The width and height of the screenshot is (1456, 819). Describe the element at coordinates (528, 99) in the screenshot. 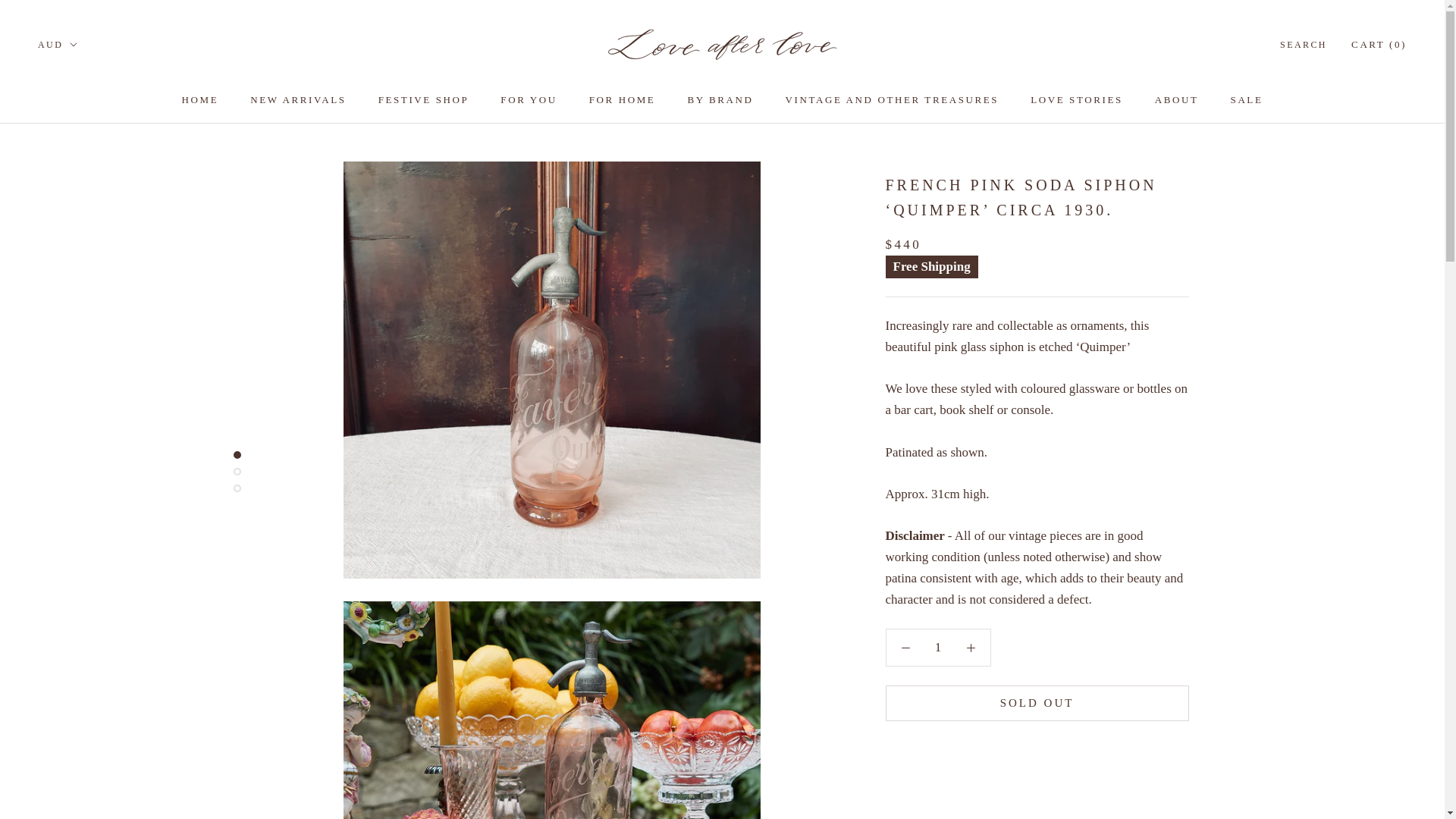

I see `'FOR YOU'` at that location.